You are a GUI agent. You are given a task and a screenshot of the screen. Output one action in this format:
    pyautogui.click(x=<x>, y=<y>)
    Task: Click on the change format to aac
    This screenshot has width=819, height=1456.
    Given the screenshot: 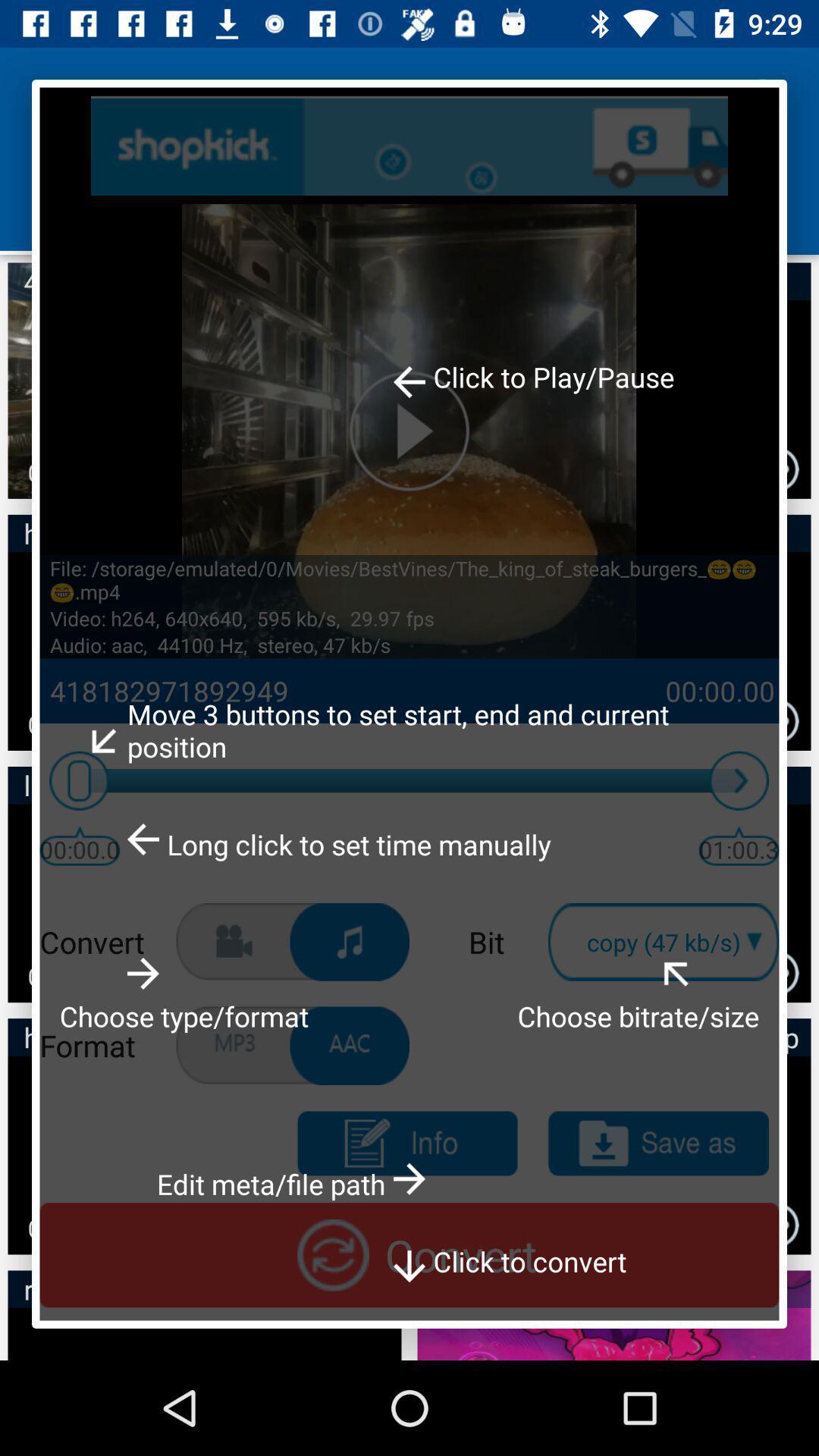 What is the action you would take?
    pyautogui.click(x=350, y=1045)
    